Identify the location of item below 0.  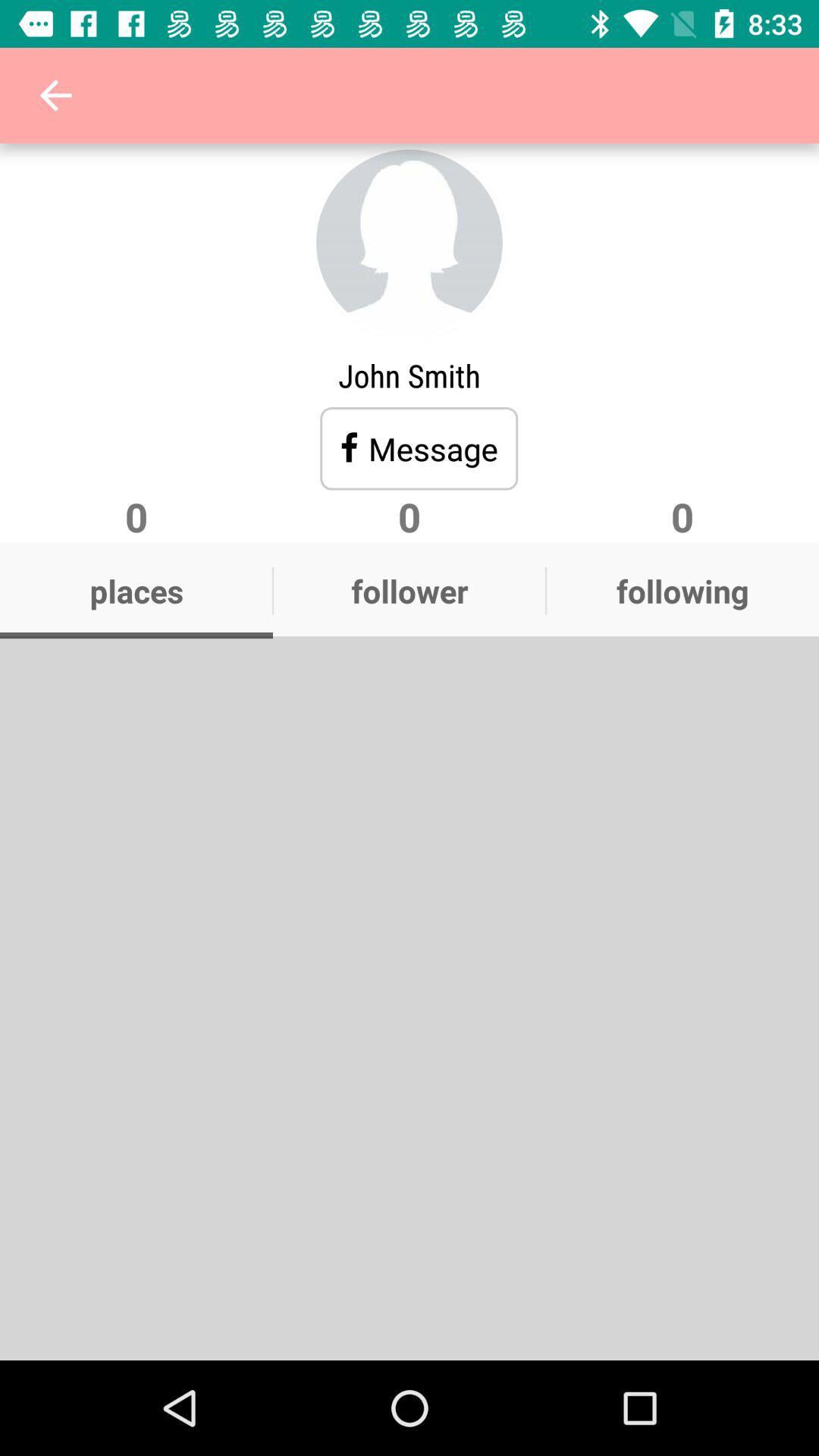
(681, 590).